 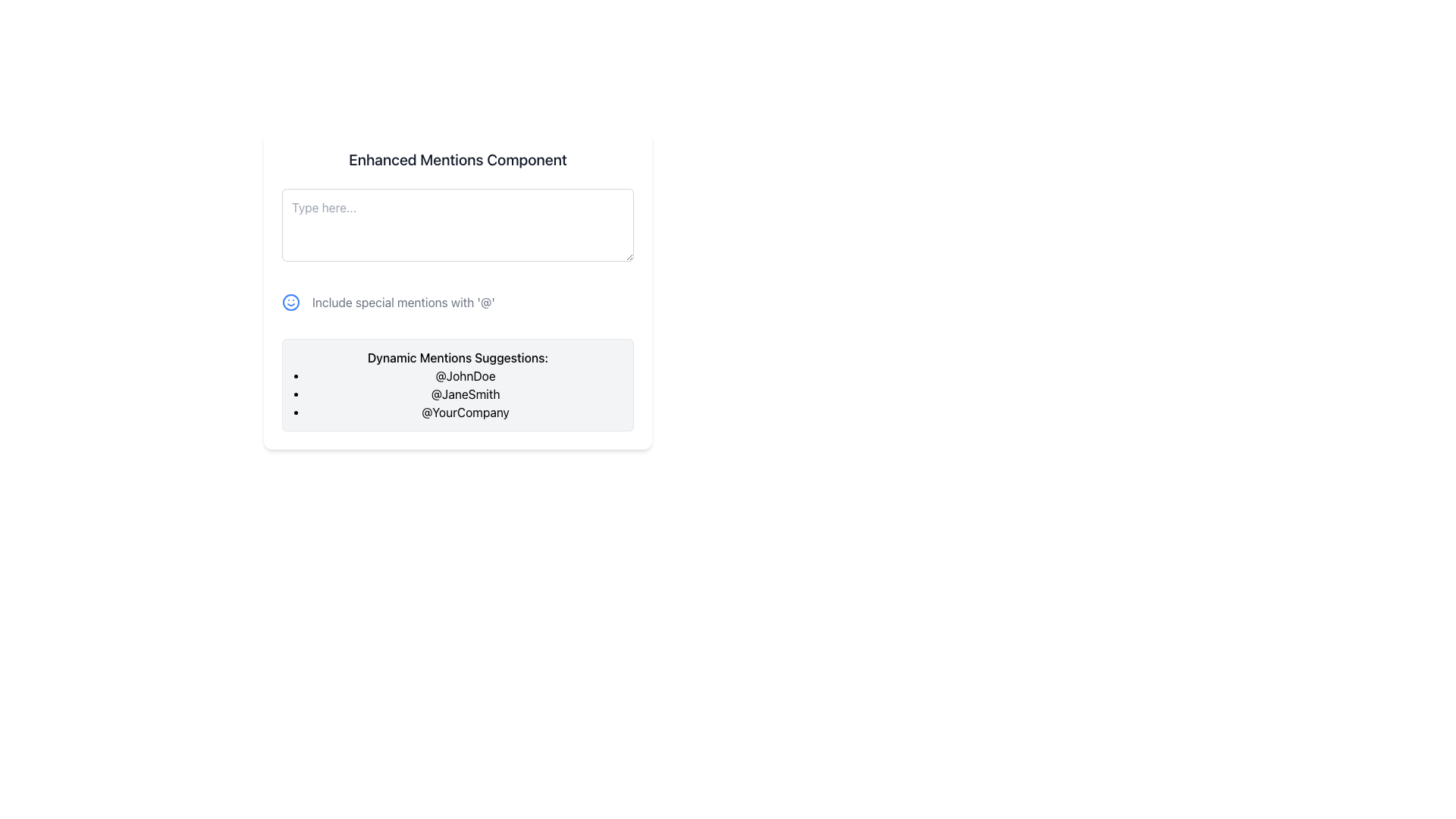 I want to click on the mention suggestion list item containing '@JohnDoe', '@JaneSmith', or '@YourCompany', so click(x=465, y=394).